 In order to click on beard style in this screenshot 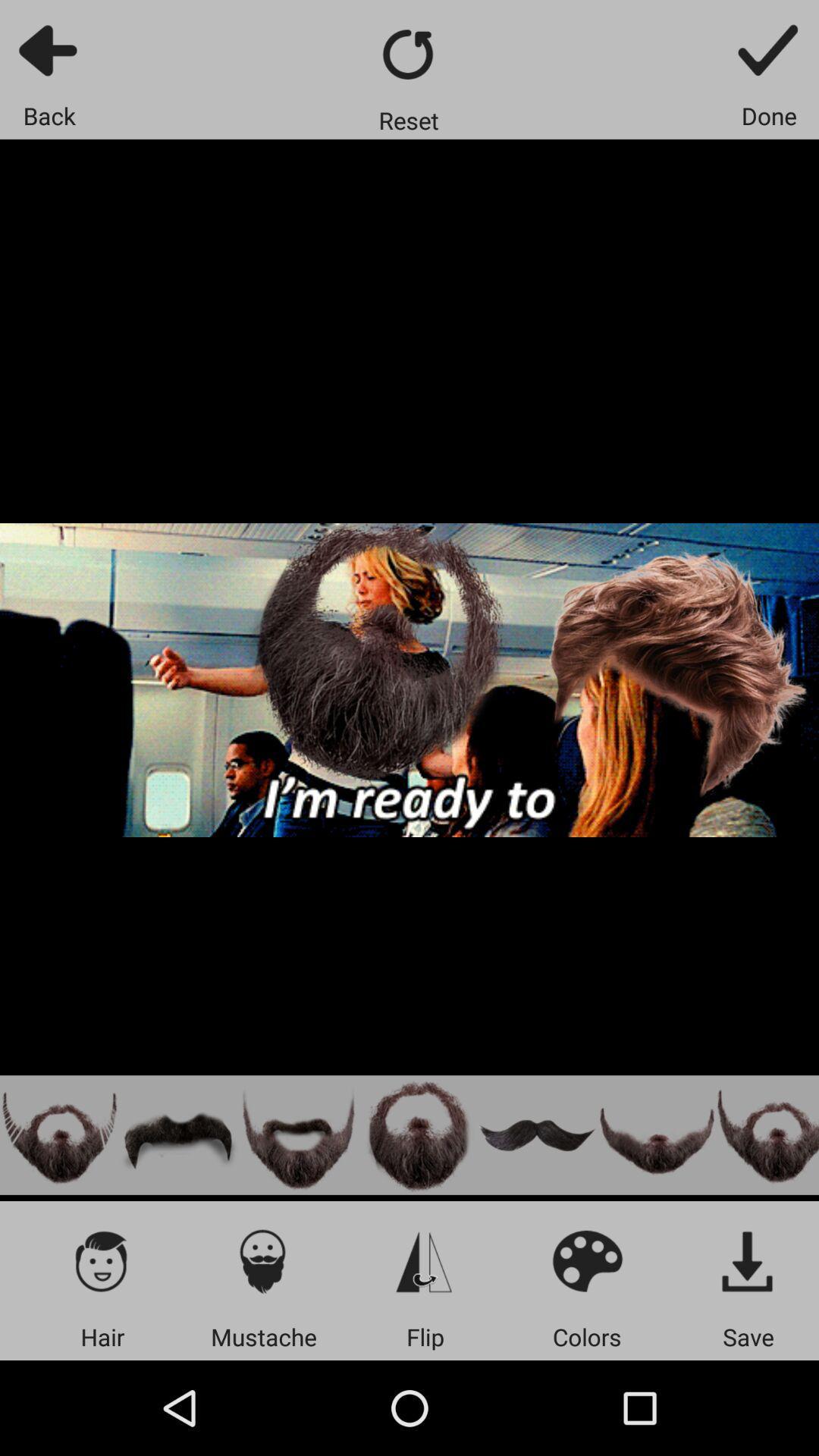, I will do `click(418, 1135)`.